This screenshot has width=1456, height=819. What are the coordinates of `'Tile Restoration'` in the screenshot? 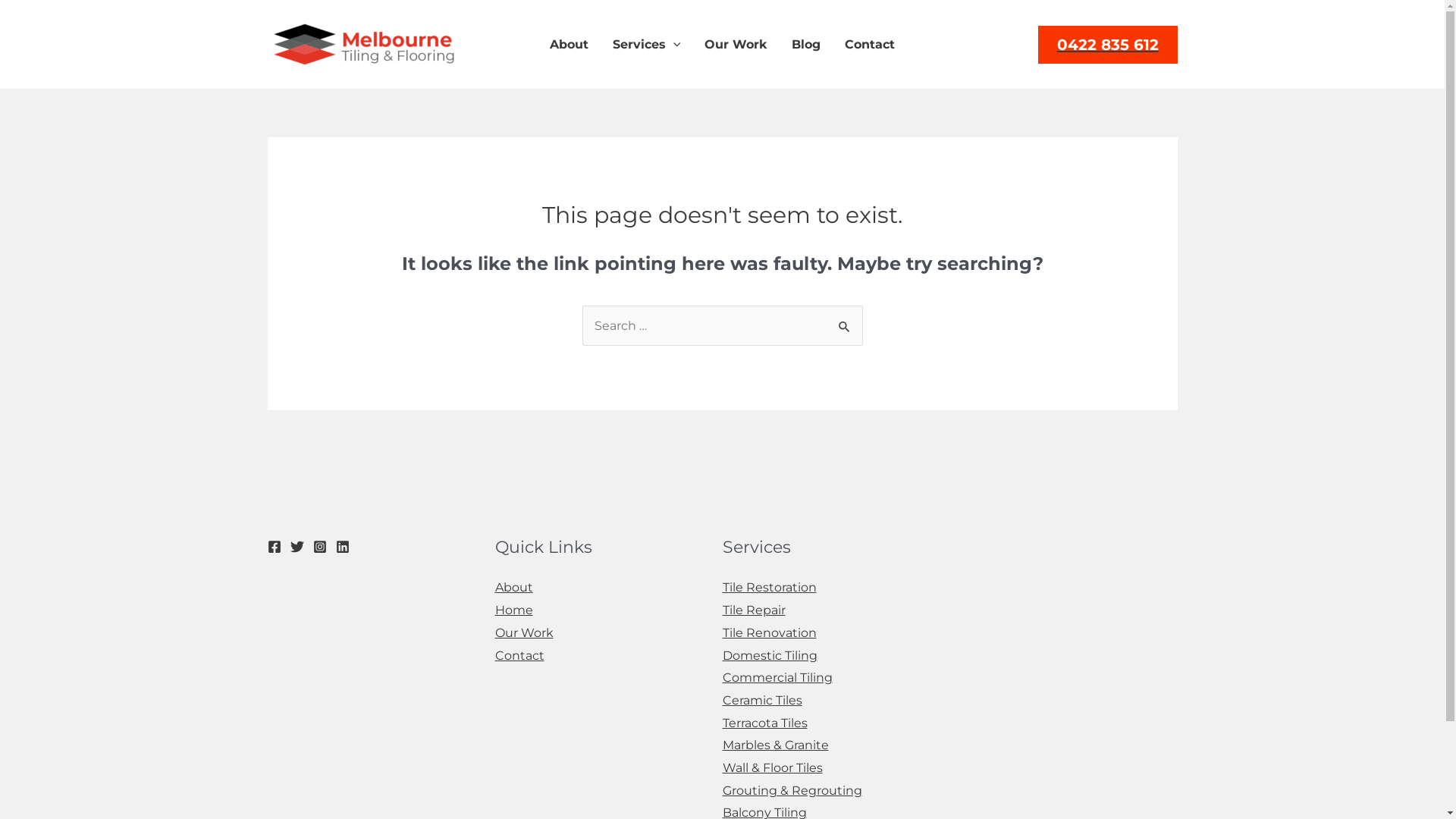 It's located at (720, 586).